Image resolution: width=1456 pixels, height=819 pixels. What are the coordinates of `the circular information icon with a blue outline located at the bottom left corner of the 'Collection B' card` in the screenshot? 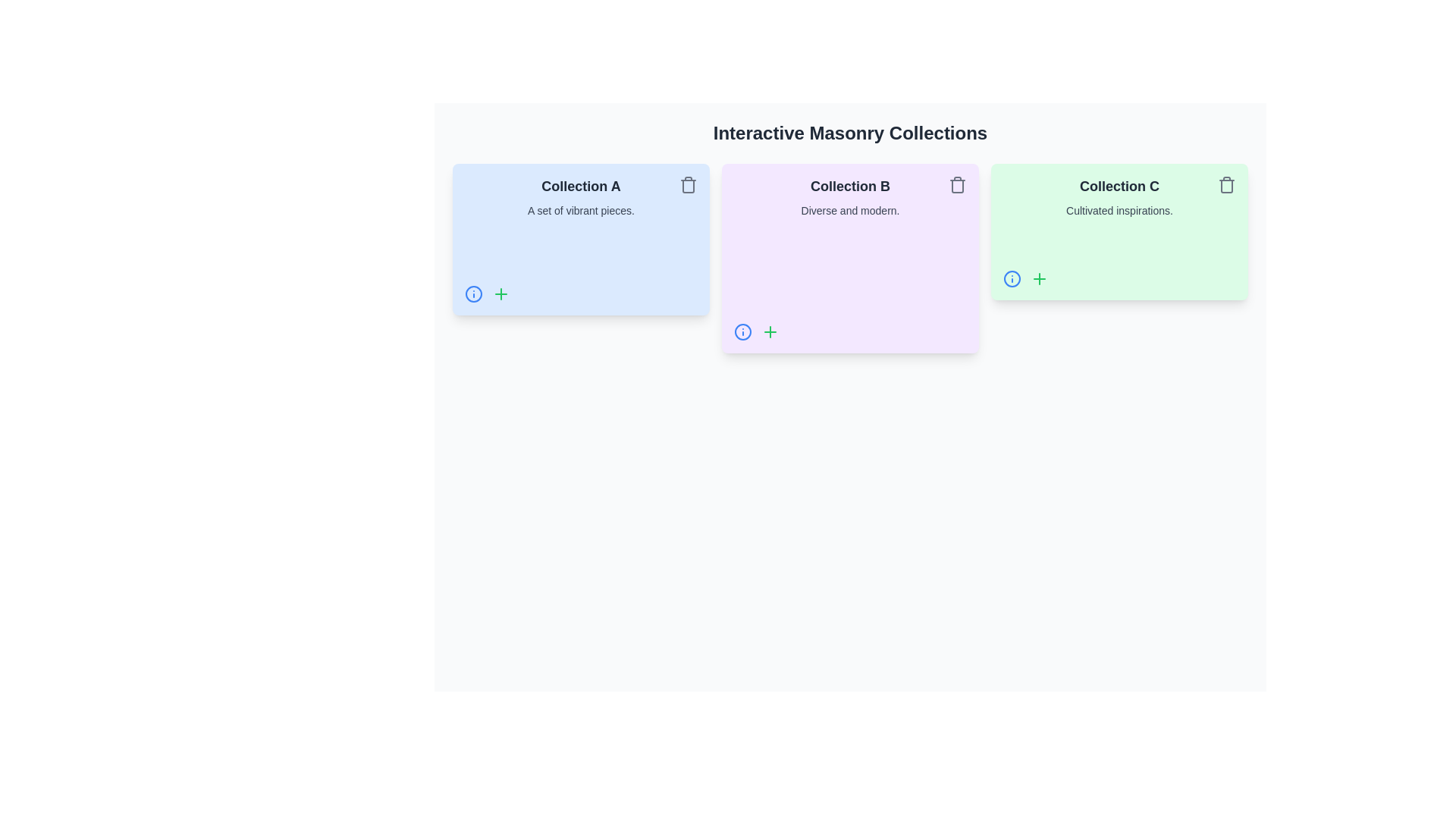 It's located at (742, 331).